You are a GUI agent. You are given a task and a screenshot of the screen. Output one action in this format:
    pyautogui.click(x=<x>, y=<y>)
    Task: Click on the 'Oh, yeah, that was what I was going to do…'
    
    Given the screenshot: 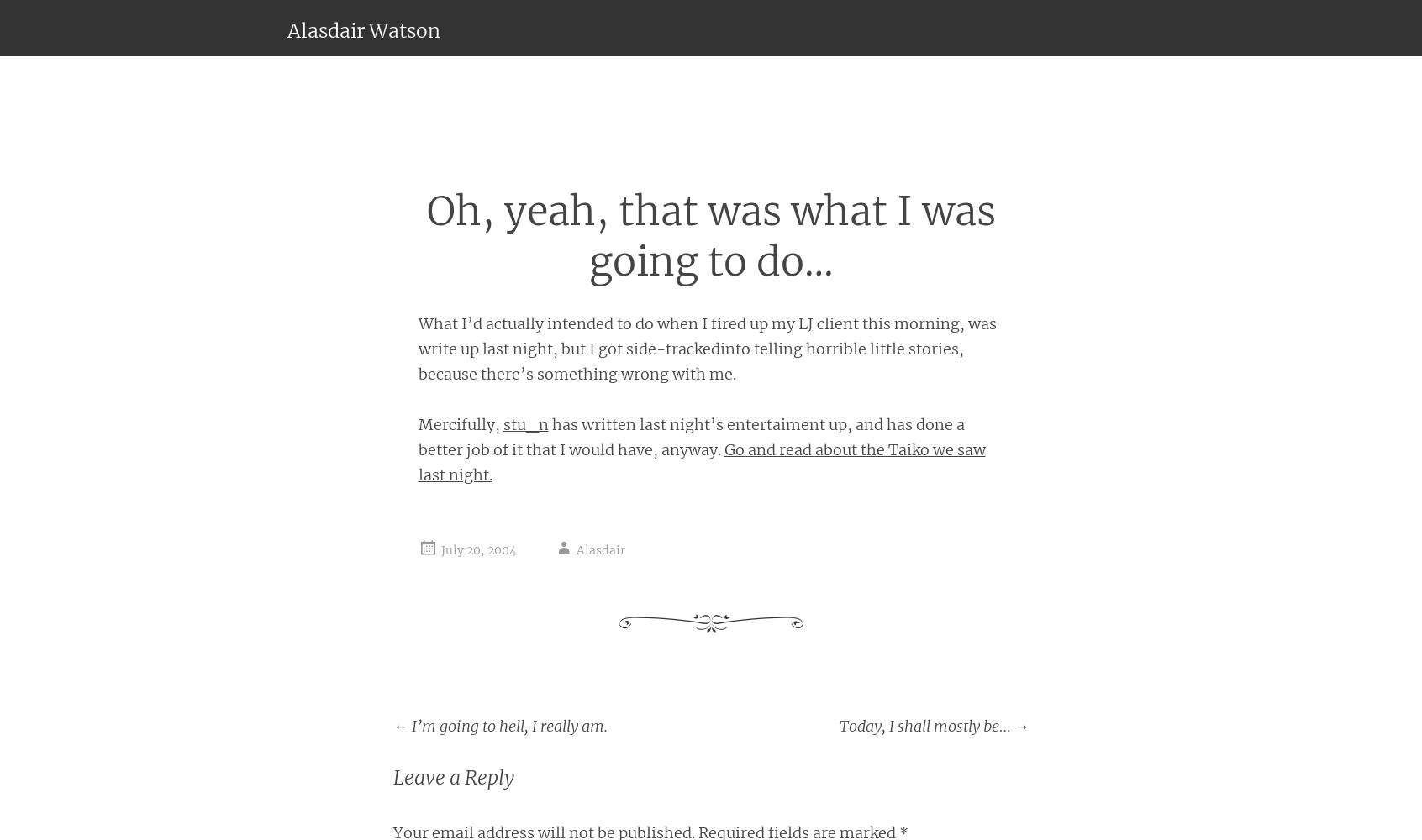 What is the action you would take?
    pyautogui.click(x=710, y=236)
    